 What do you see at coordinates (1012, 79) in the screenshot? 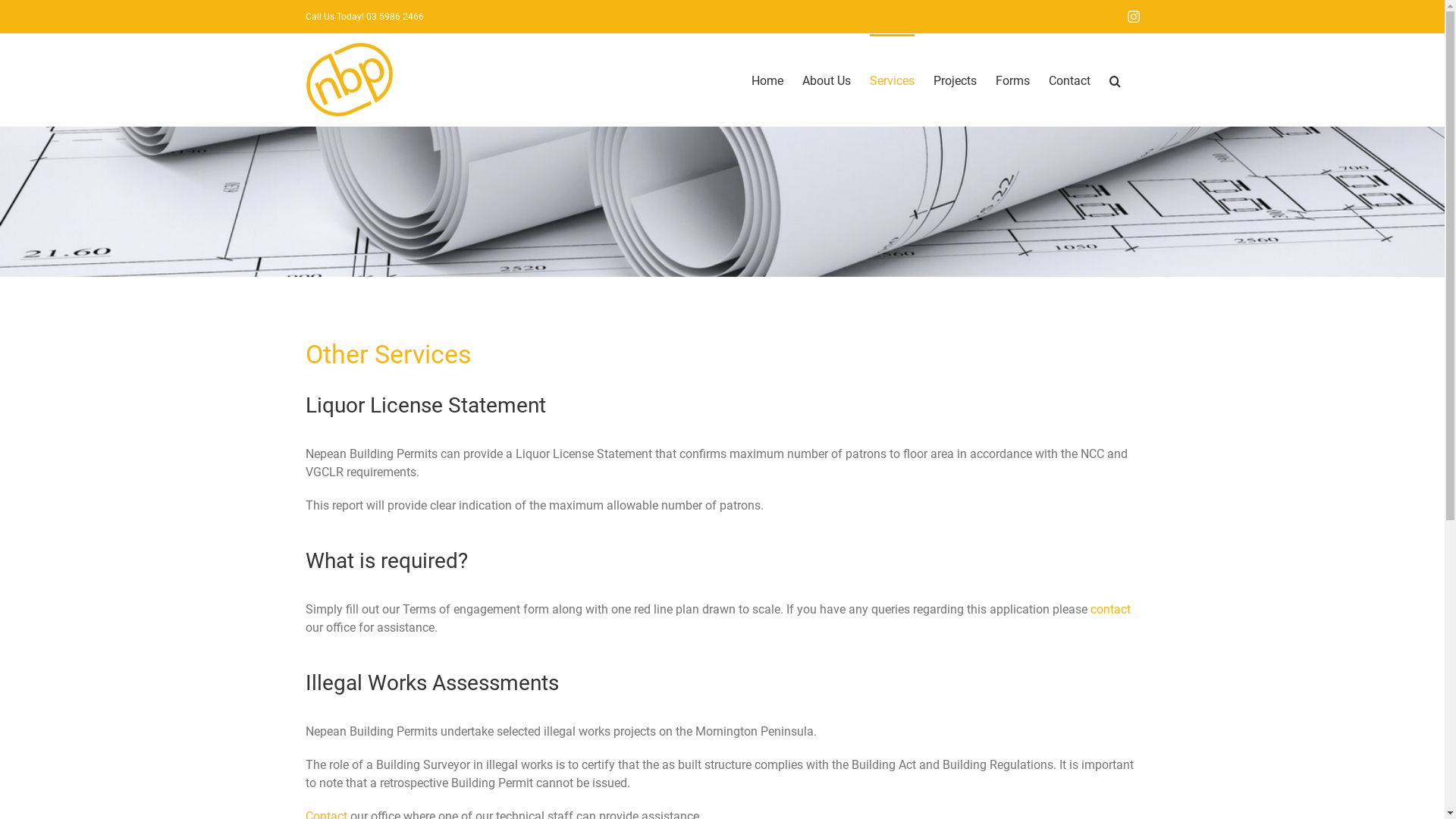
I see `'Forms'` at bounding box center [1012, 79].